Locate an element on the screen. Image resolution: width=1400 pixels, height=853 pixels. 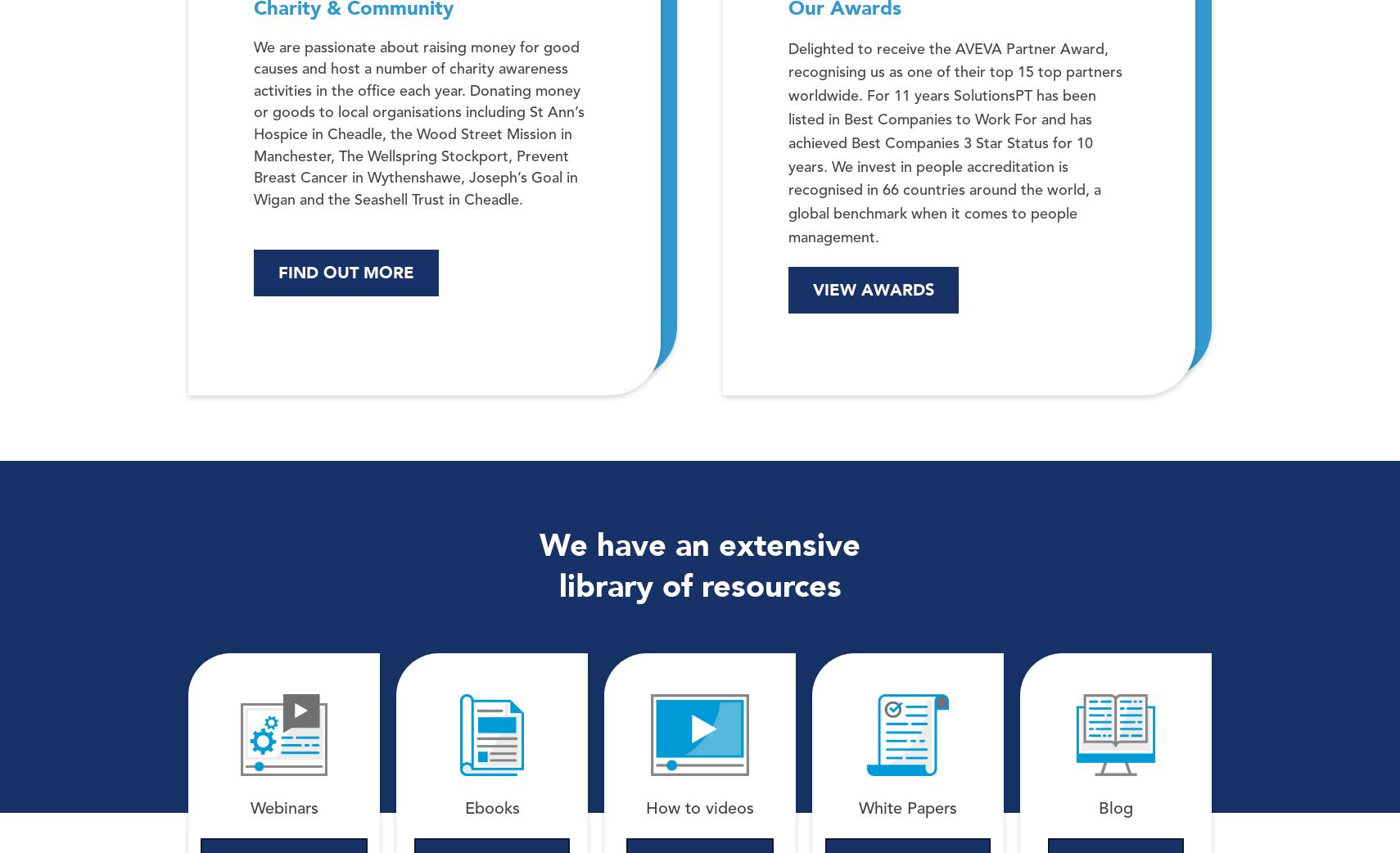
'How to videos' is located at coordinates (700, 809).